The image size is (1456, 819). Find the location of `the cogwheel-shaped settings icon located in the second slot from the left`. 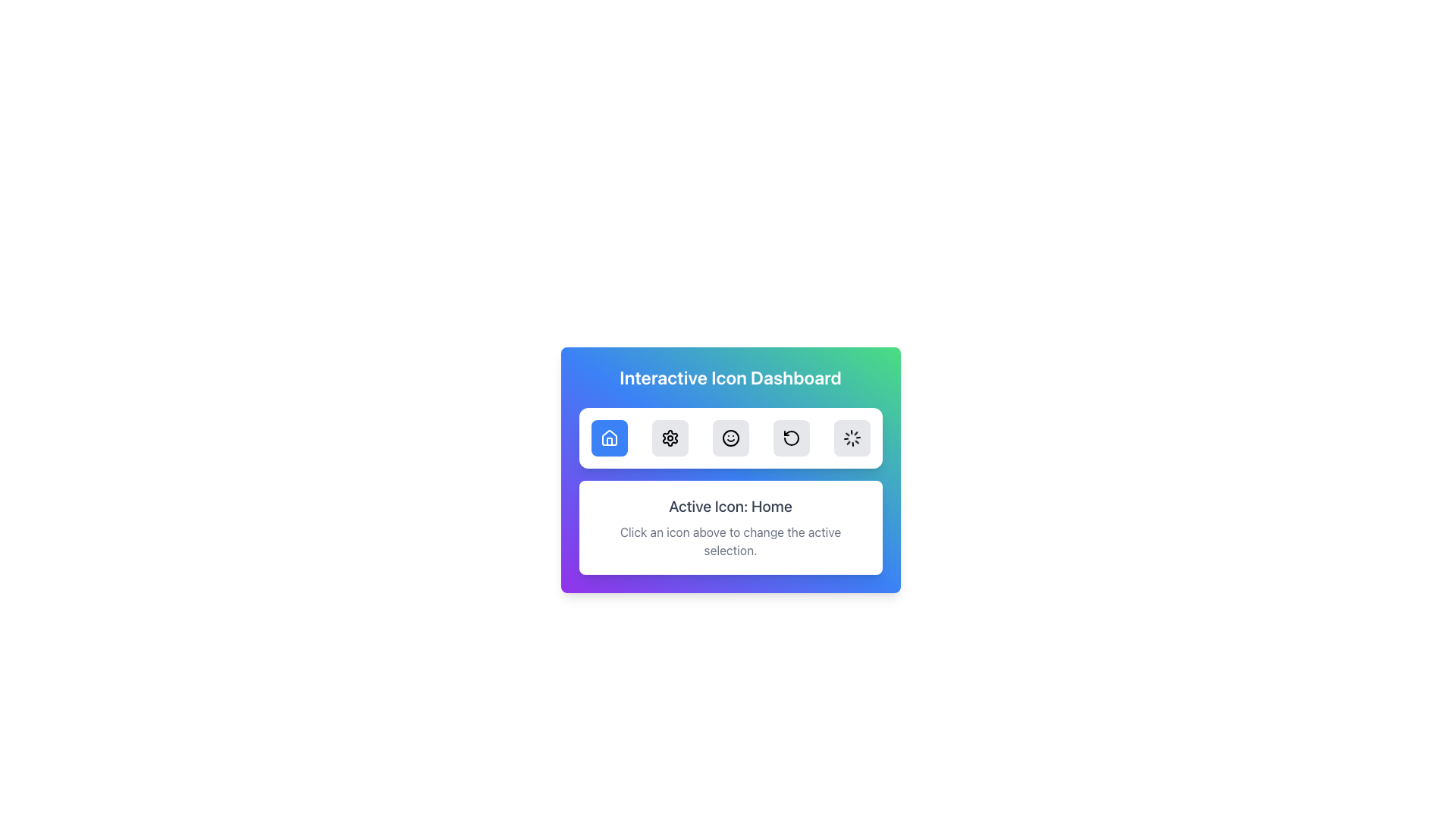

the cogwheel-shaped settings icon located in the second slot from the left is located at coordinates (669, 438).